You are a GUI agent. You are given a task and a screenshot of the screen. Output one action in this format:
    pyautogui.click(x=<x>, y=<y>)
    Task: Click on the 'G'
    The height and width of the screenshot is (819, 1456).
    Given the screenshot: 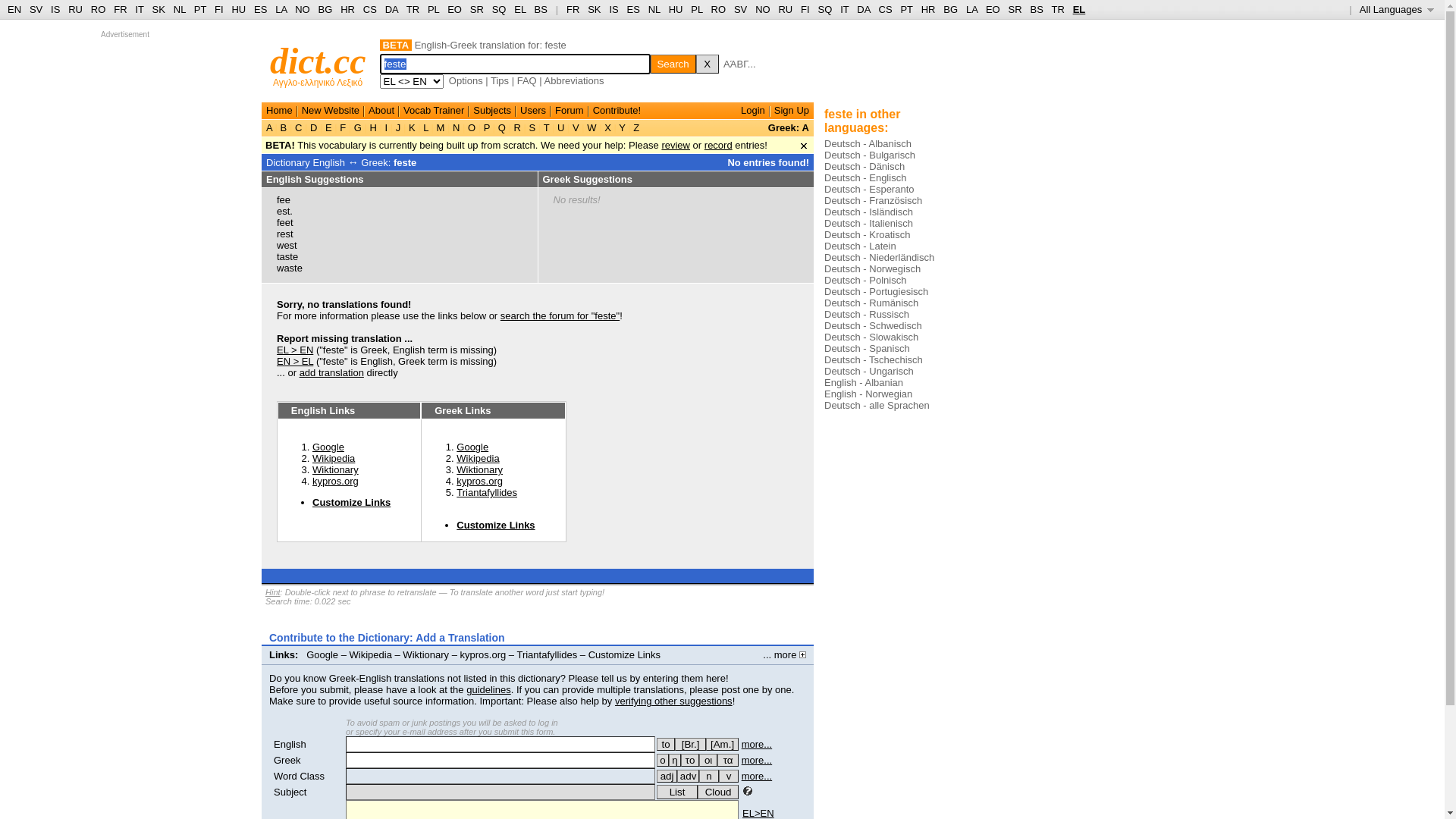 What is the action you would take?
    pyautogui.click(x=350, y=127)
    